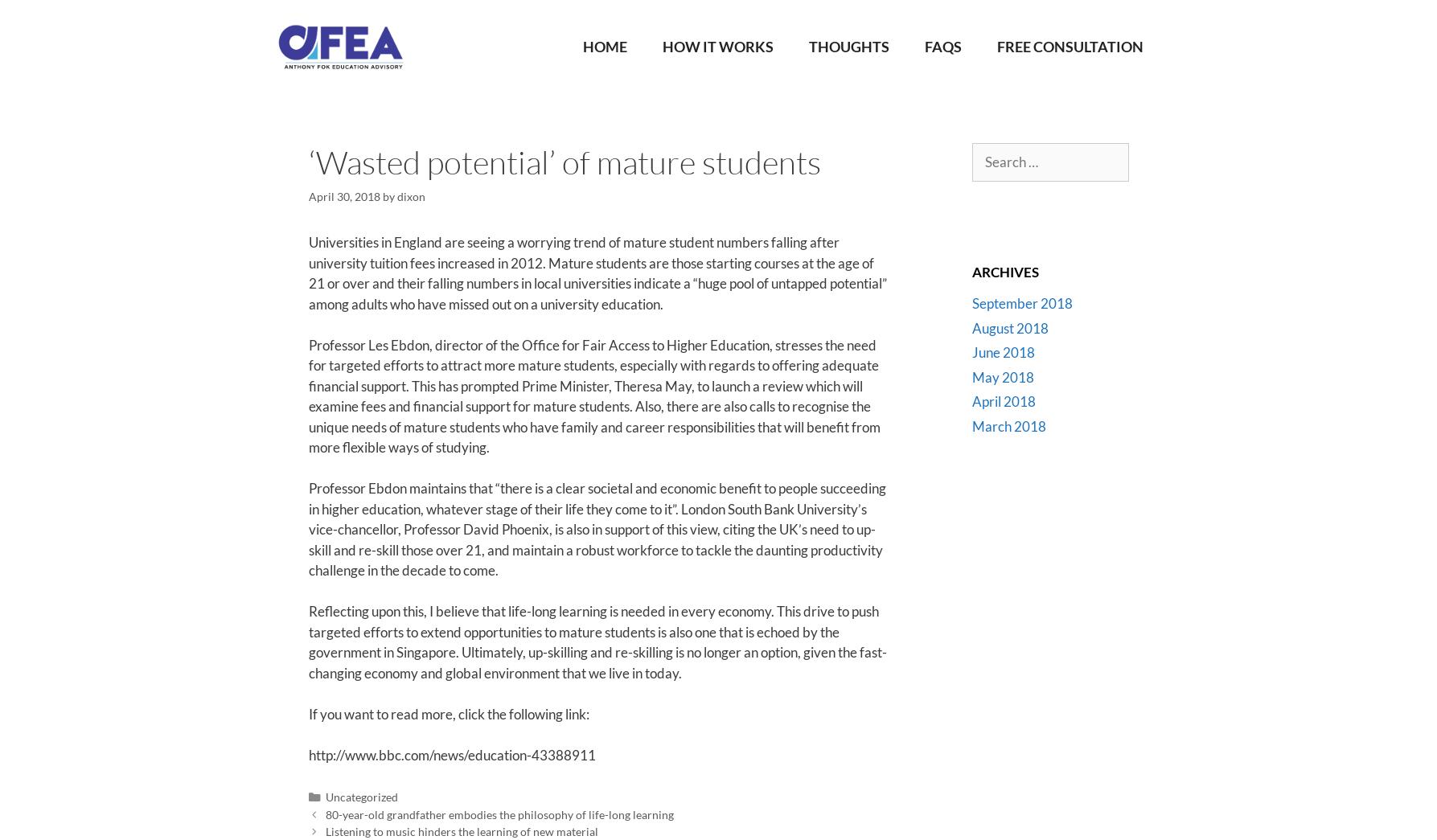 The height and width of the screenshot is (840, 1437). I want to click on 'Reflecting upon this, I believe that life-long learning is needed in every economy. This drive to push targeted efforts to extend opportunities to mature students is also one that is echoed by the government in Singapore. Ultimately, up-skilling and re-skilling is no longer an option, given the fast-changing economy and global environment that we live in today.', so click(597, 641).